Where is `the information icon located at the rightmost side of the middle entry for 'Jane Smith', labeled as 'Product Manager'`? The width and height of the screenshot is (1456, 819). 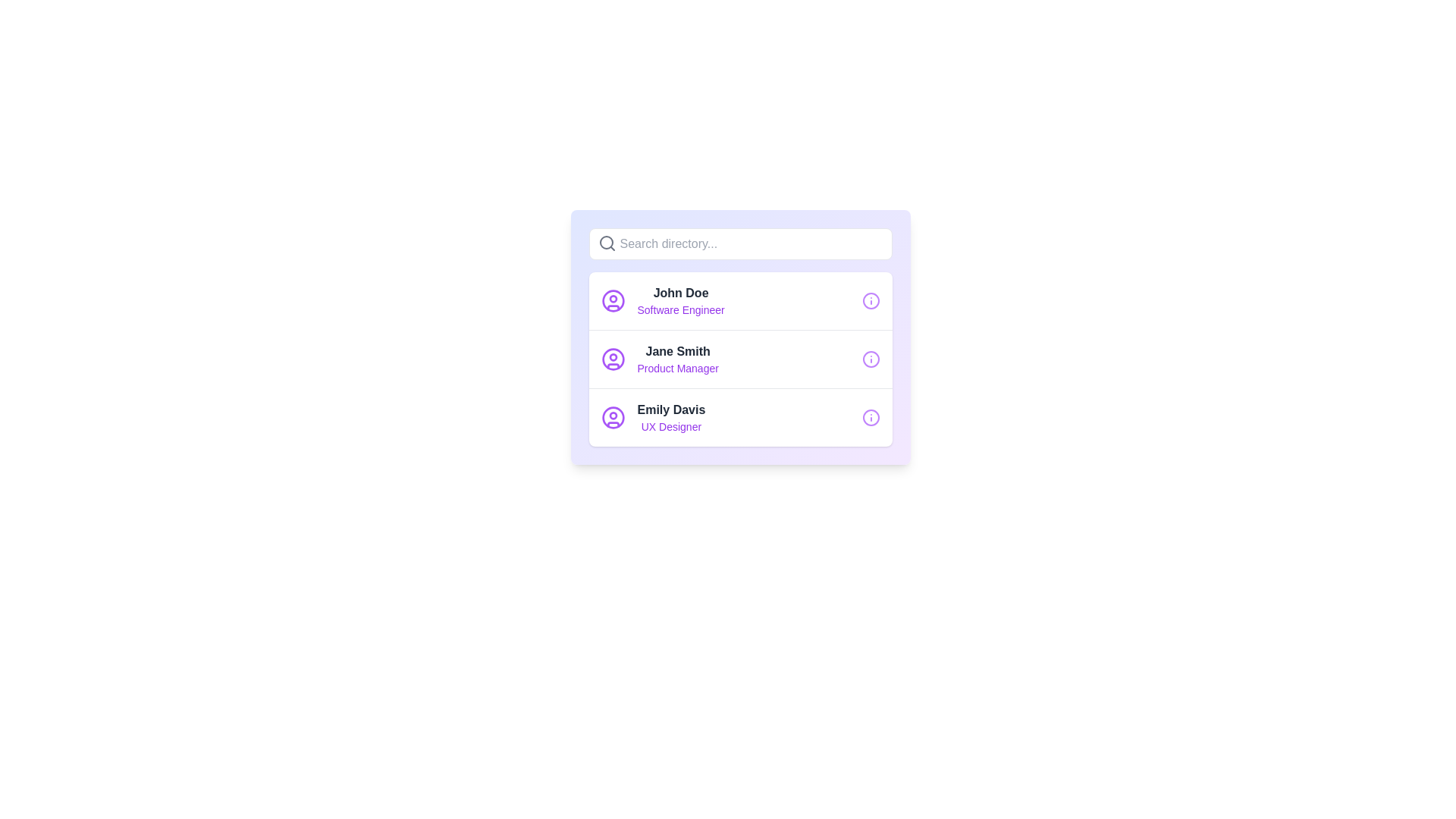
the information icon located at the rightmost side of the middle entry for 'Jane Smith', labeled as 'Product Manager' is located at coordinates (871, 359).